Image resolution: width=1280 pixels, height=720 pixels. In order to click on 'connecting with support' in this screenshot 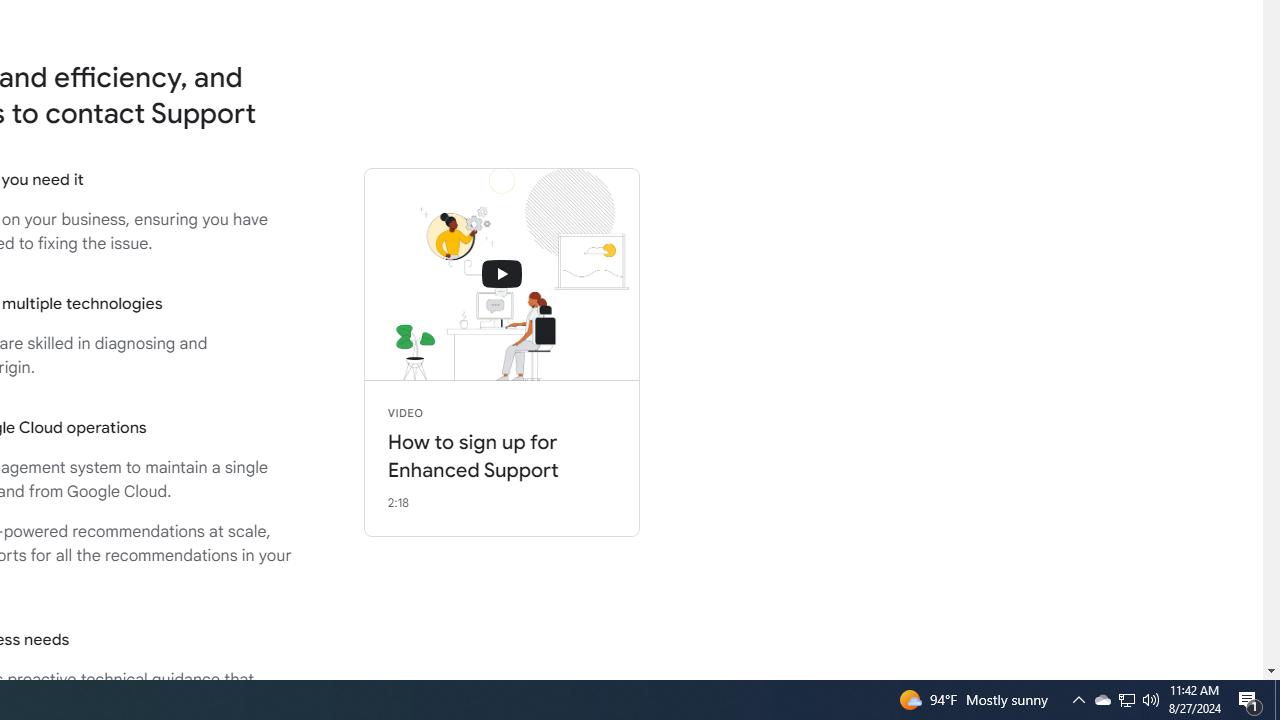, I will do `click(501, 274)`.